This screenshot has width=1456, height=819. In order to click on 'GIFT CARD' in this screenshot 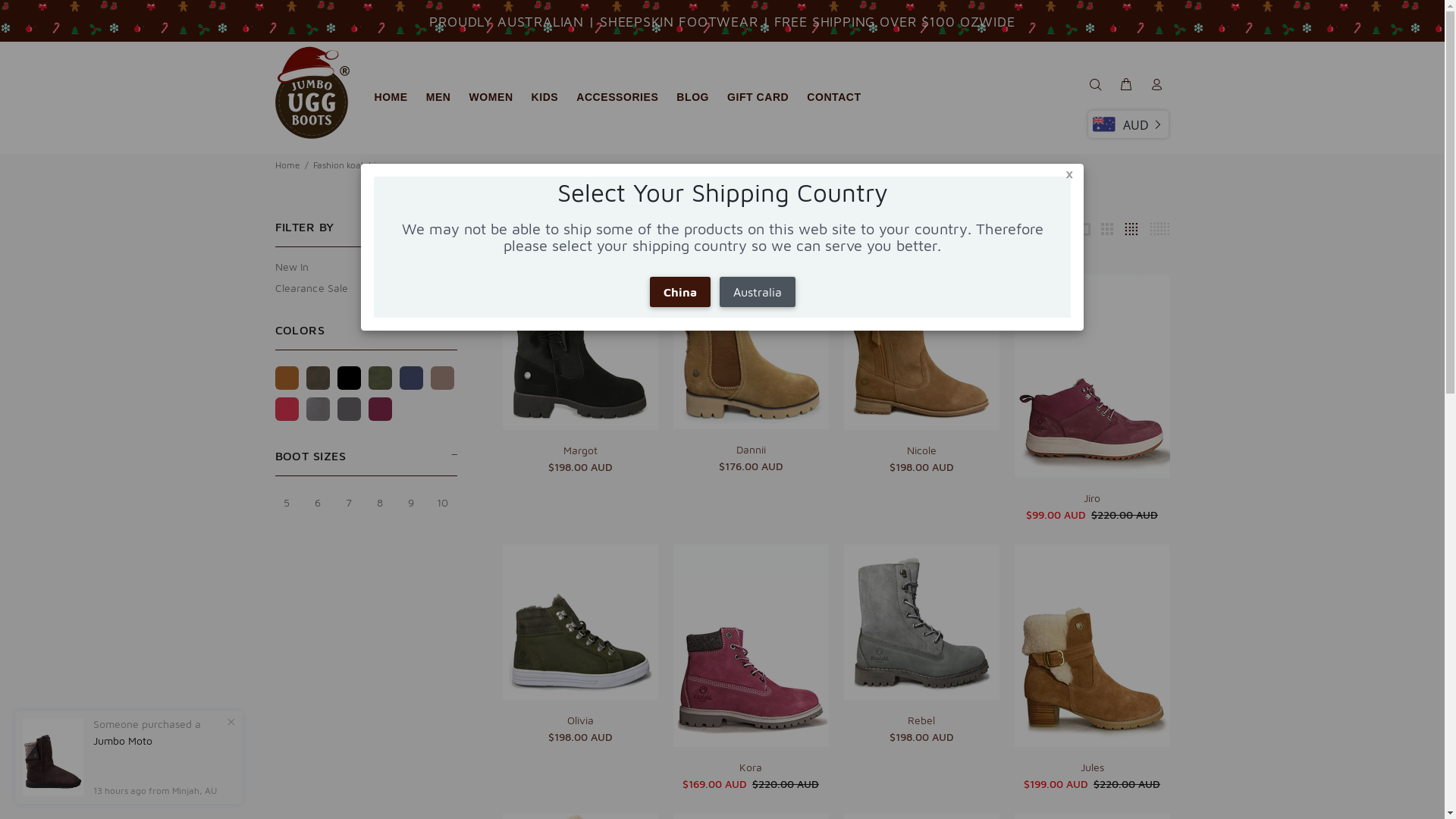, I will do `click(758, 97)`.